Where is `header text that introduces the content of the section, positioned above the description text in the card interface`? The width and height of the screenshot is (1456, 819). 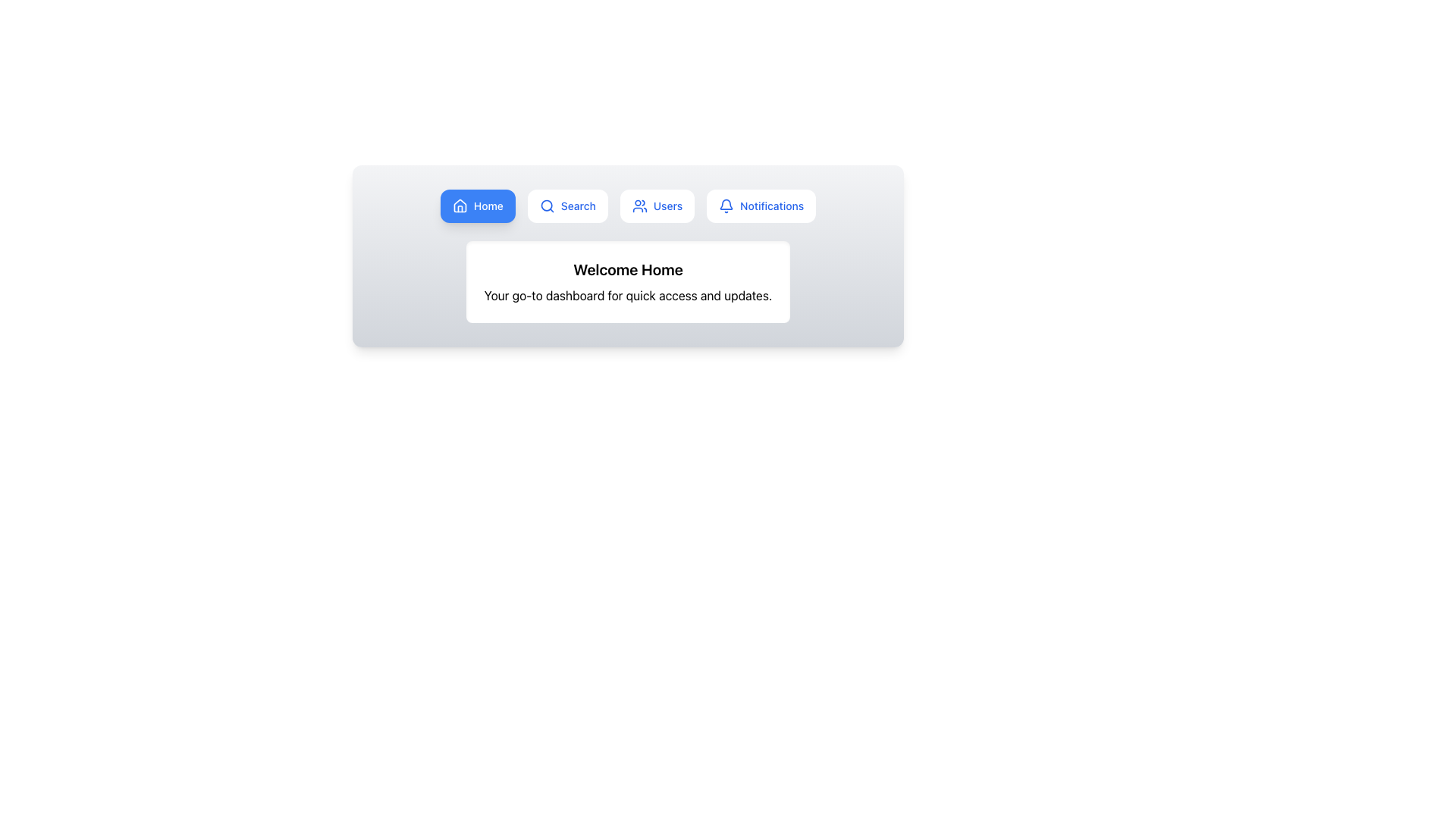 header text that introduces the content of the section, positioned above the description text in the card interface is located at coordinates (628, 268).